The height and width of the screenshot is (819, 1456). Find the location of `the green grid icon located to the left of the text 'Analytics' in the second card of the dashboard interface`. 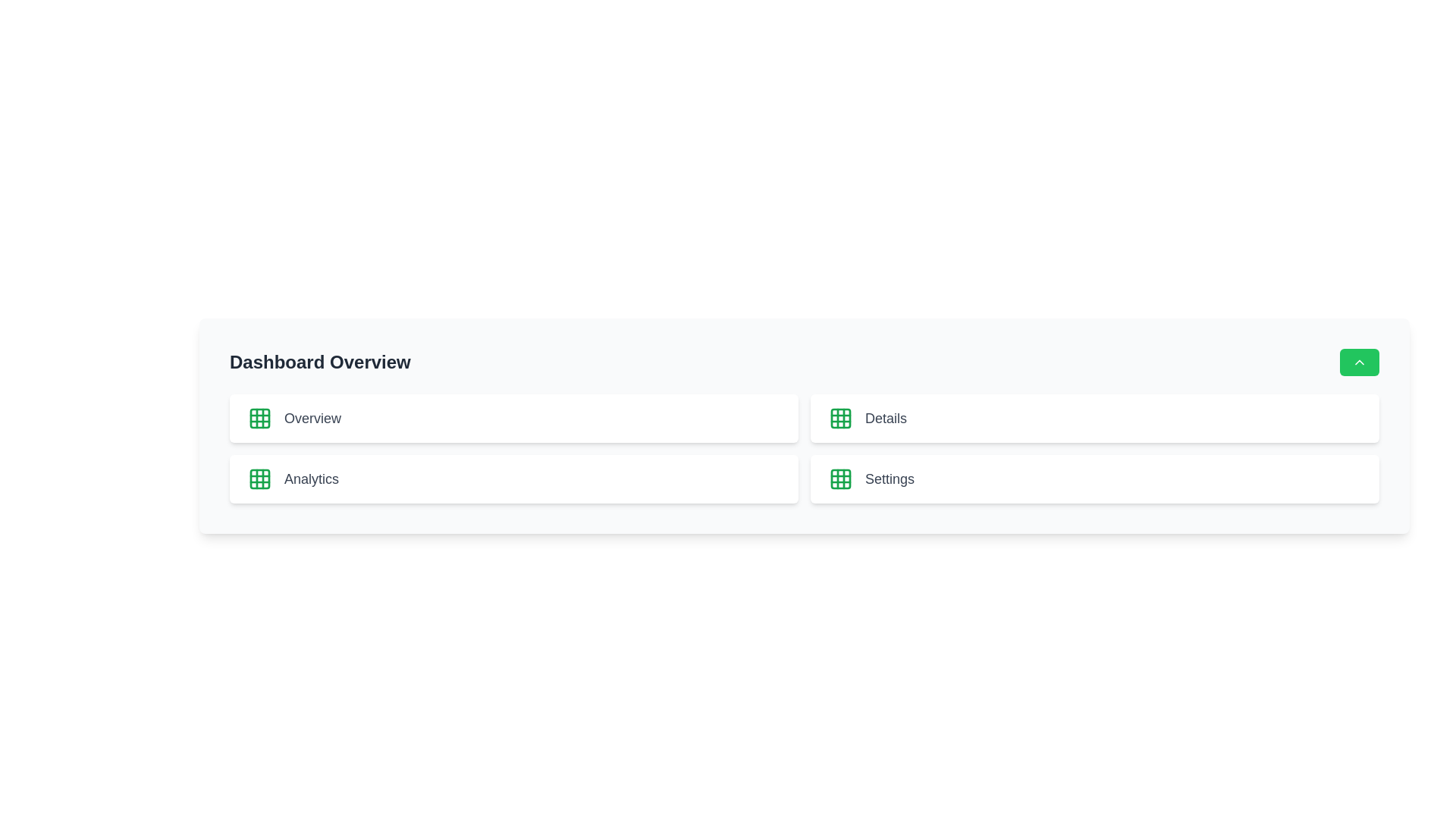

the green grid icon located to the left of the text 'Analytics' in the second card of the dashboard interface is located at coordinates (259, 479).